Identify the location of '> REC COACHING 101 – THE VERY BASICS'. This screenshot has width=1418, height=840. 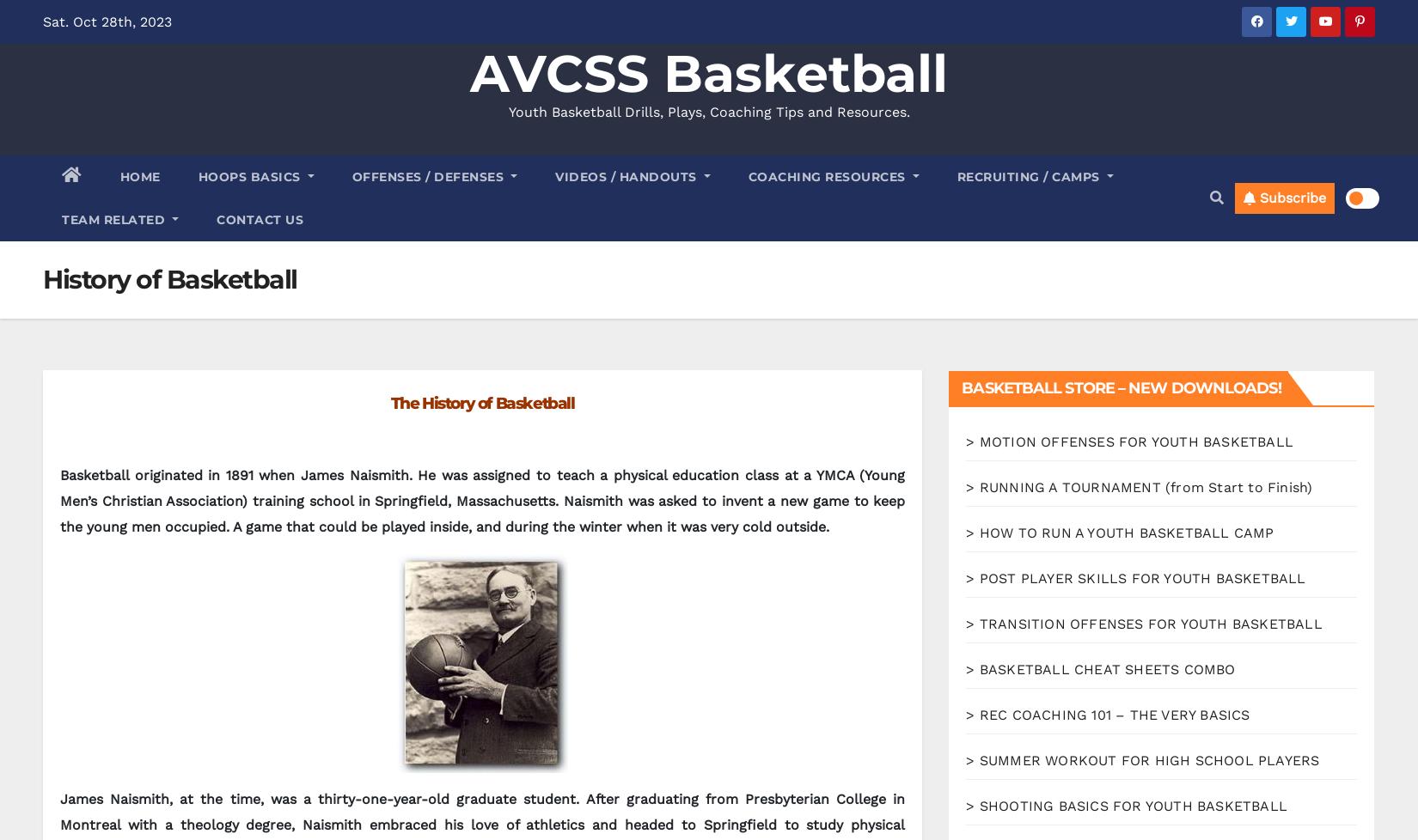
(1106, 714).